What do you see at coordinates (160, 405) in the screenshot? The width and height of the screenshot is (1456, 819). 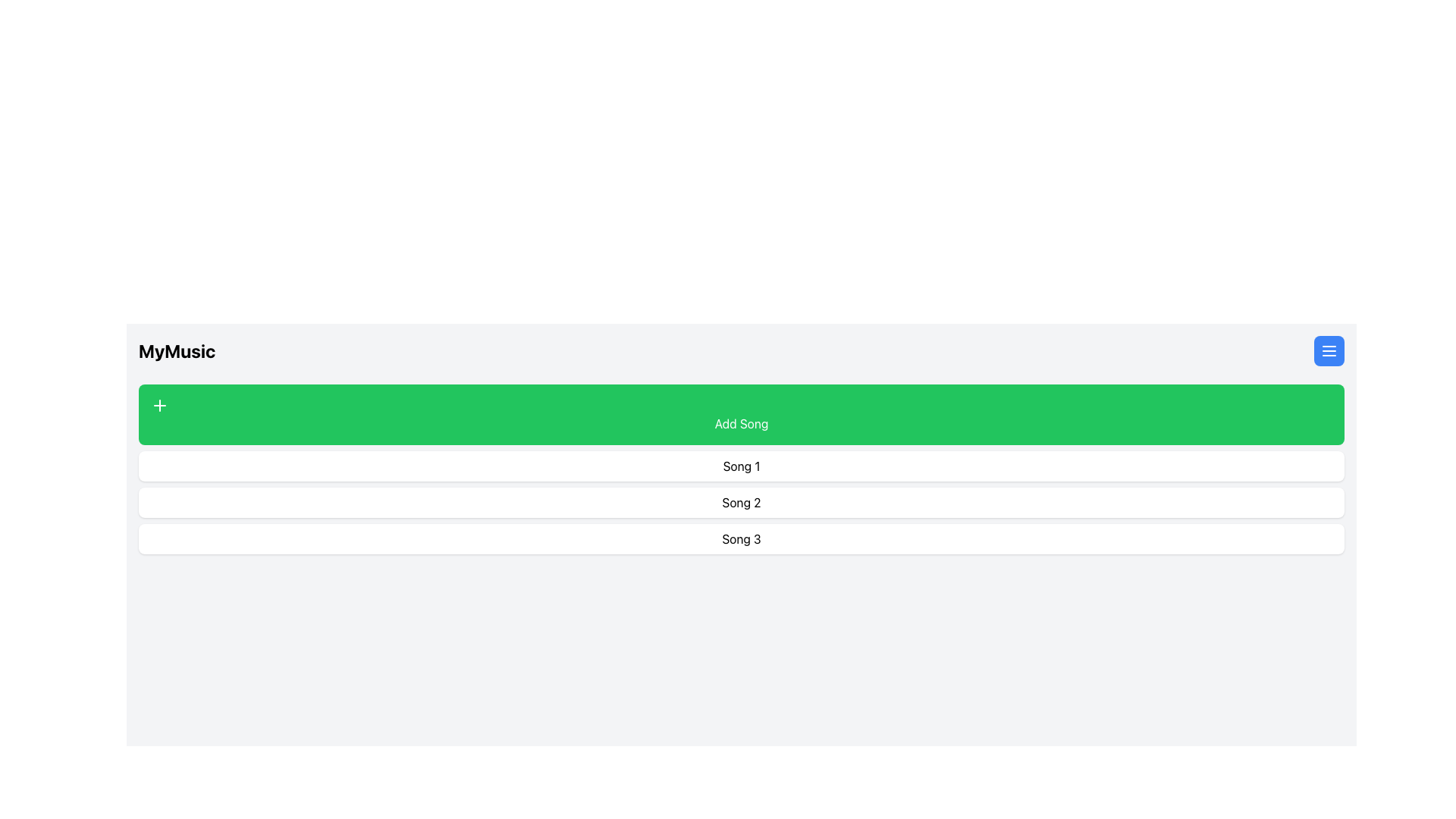 I see `the icon on the 'Add Song' button, located towards the left side of the button` at bounding box center [160, 405].